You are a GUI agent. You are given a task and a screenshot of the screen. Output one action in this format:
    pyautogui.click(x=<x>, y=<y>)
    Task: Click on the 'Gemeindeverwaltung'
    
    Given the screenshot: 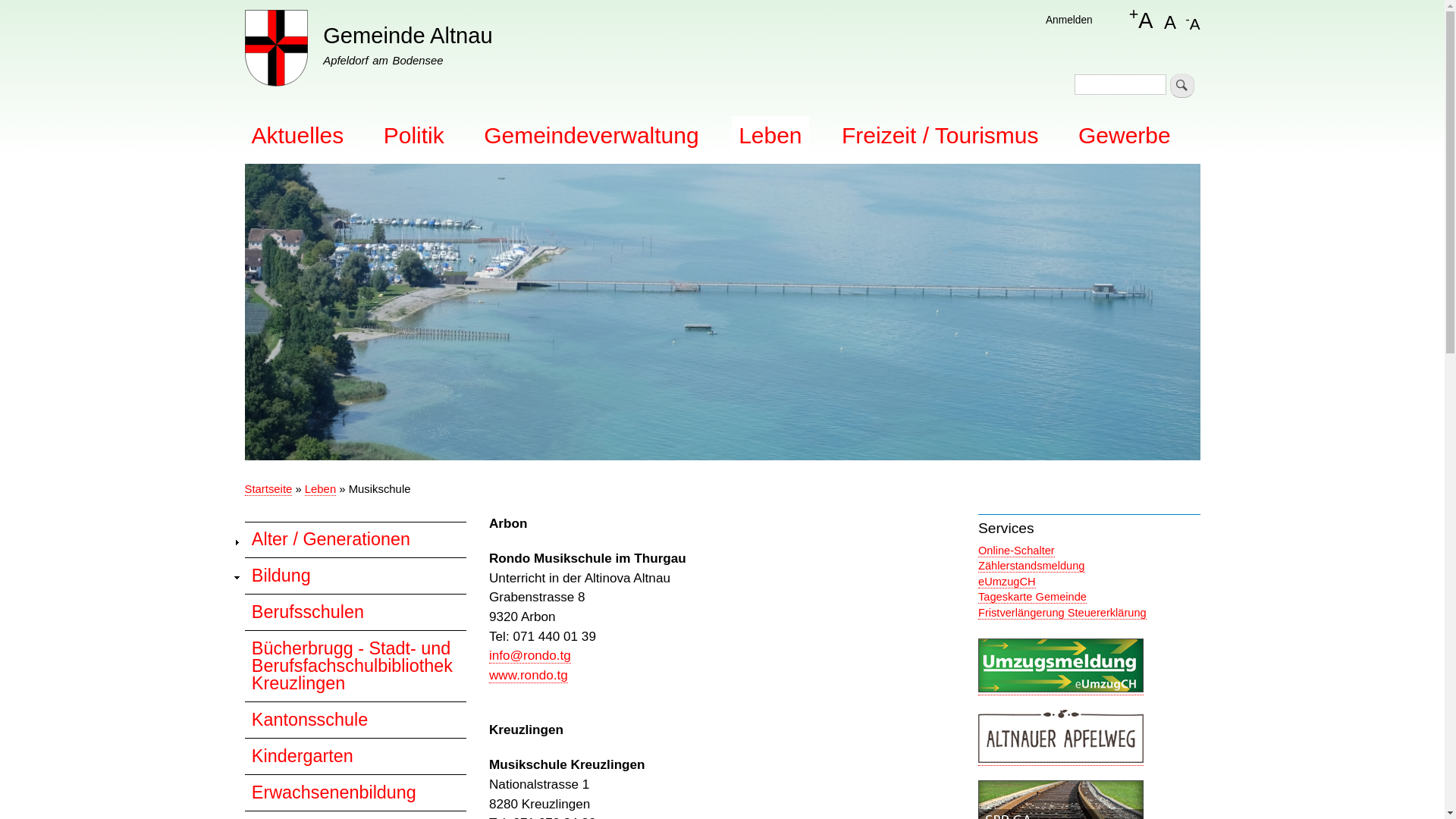 What is the action you would take?
    pyautogui.click(x=590, y=134)
    